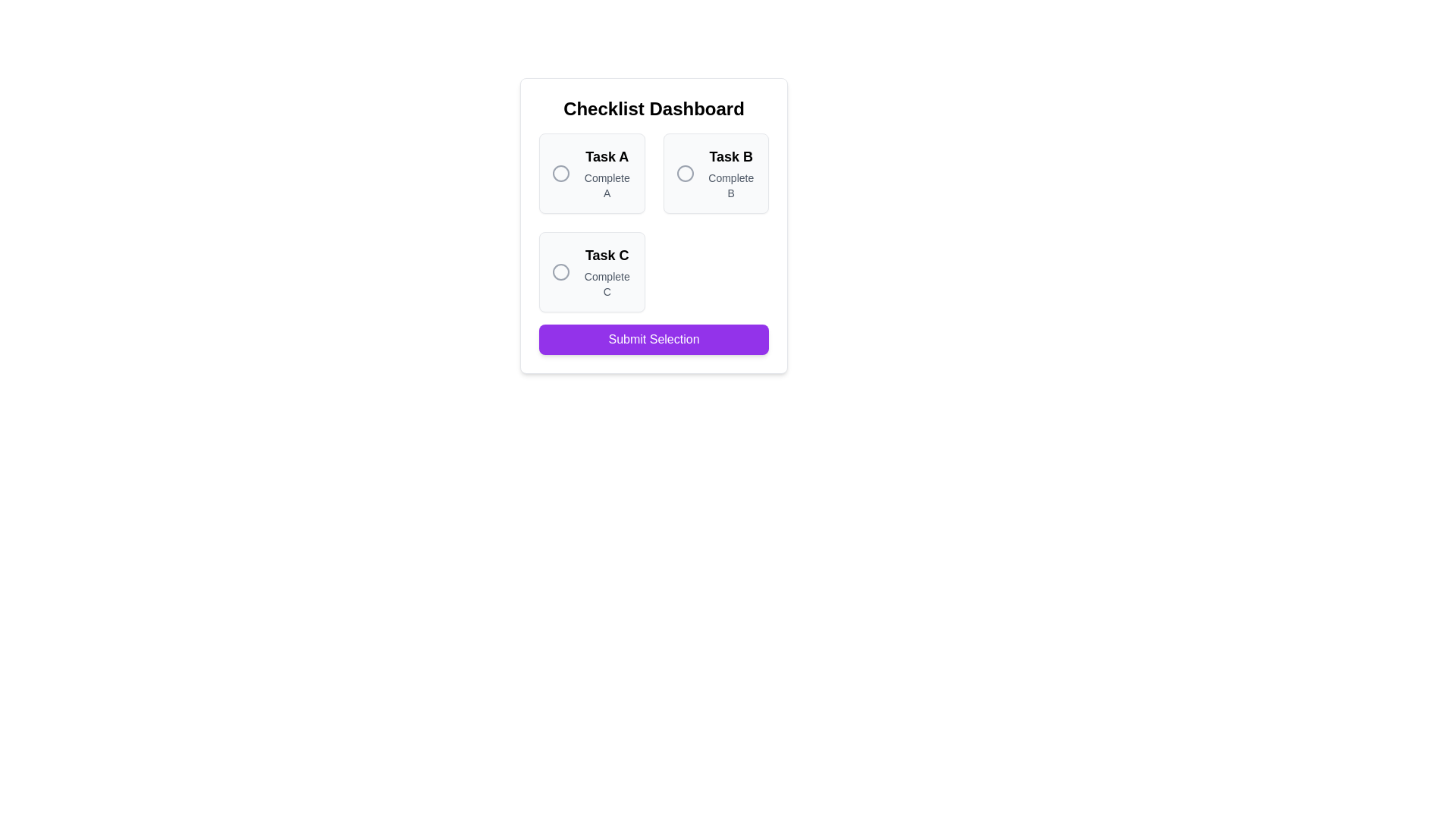  Describe the element at coordinates (591, 172) in the screenshot. I see `the checkbox list item labeled 'Task A'` at that location.